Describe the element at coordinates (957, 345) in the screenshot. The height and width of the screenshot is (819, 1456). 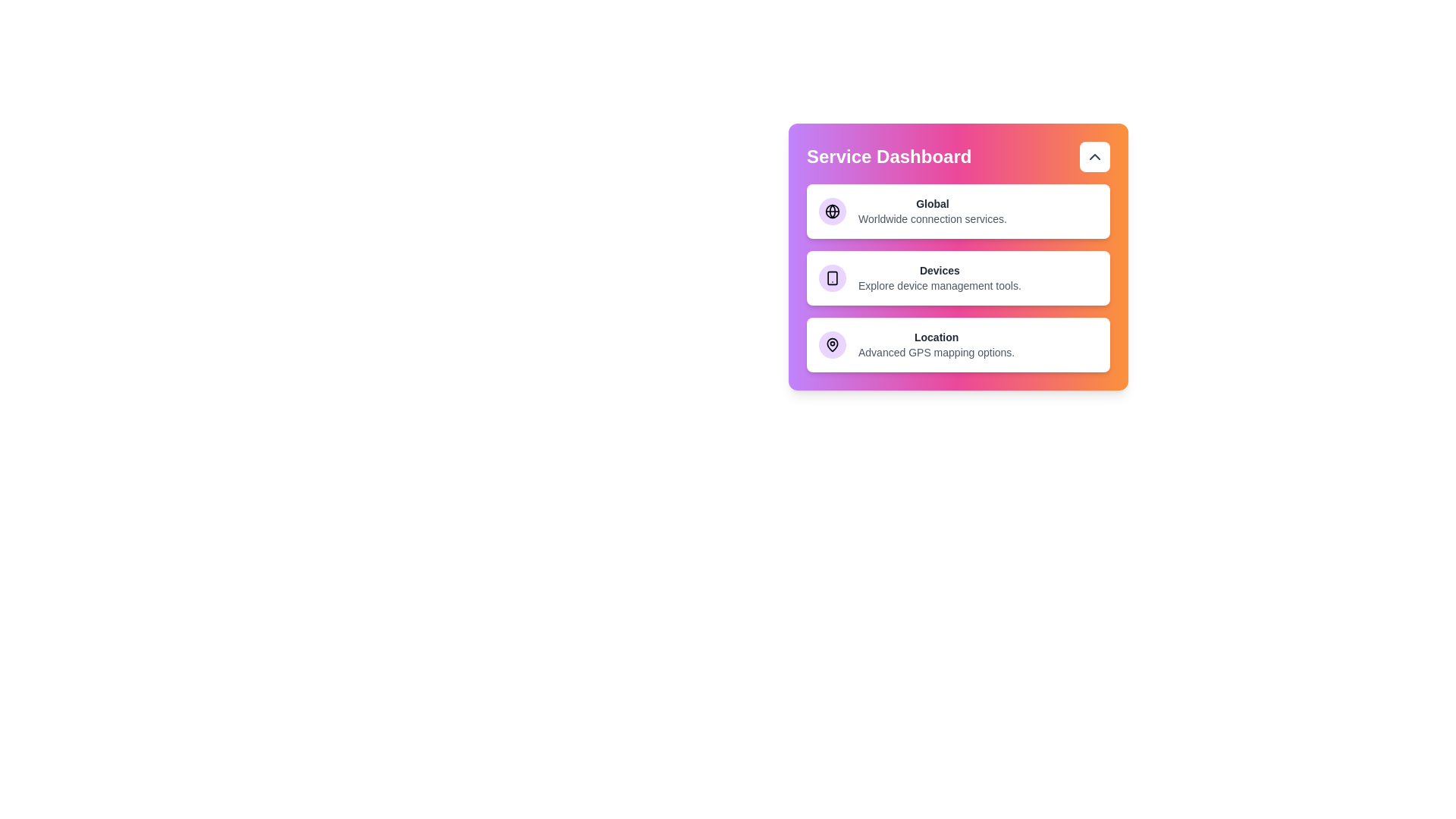
I see `the Location service card to select it` at that location.